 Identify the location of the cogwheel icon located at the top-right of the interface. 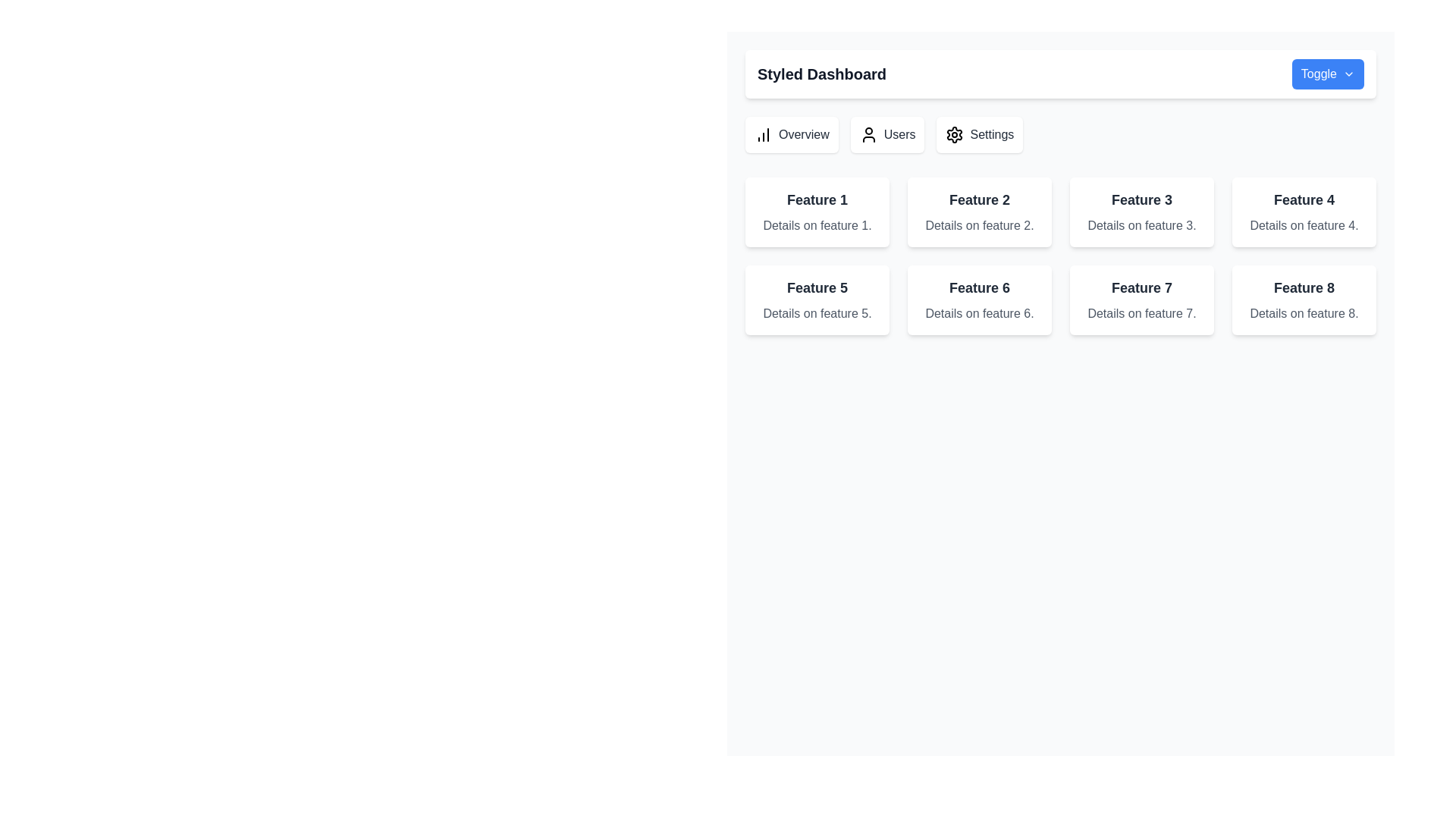
(954, 133).